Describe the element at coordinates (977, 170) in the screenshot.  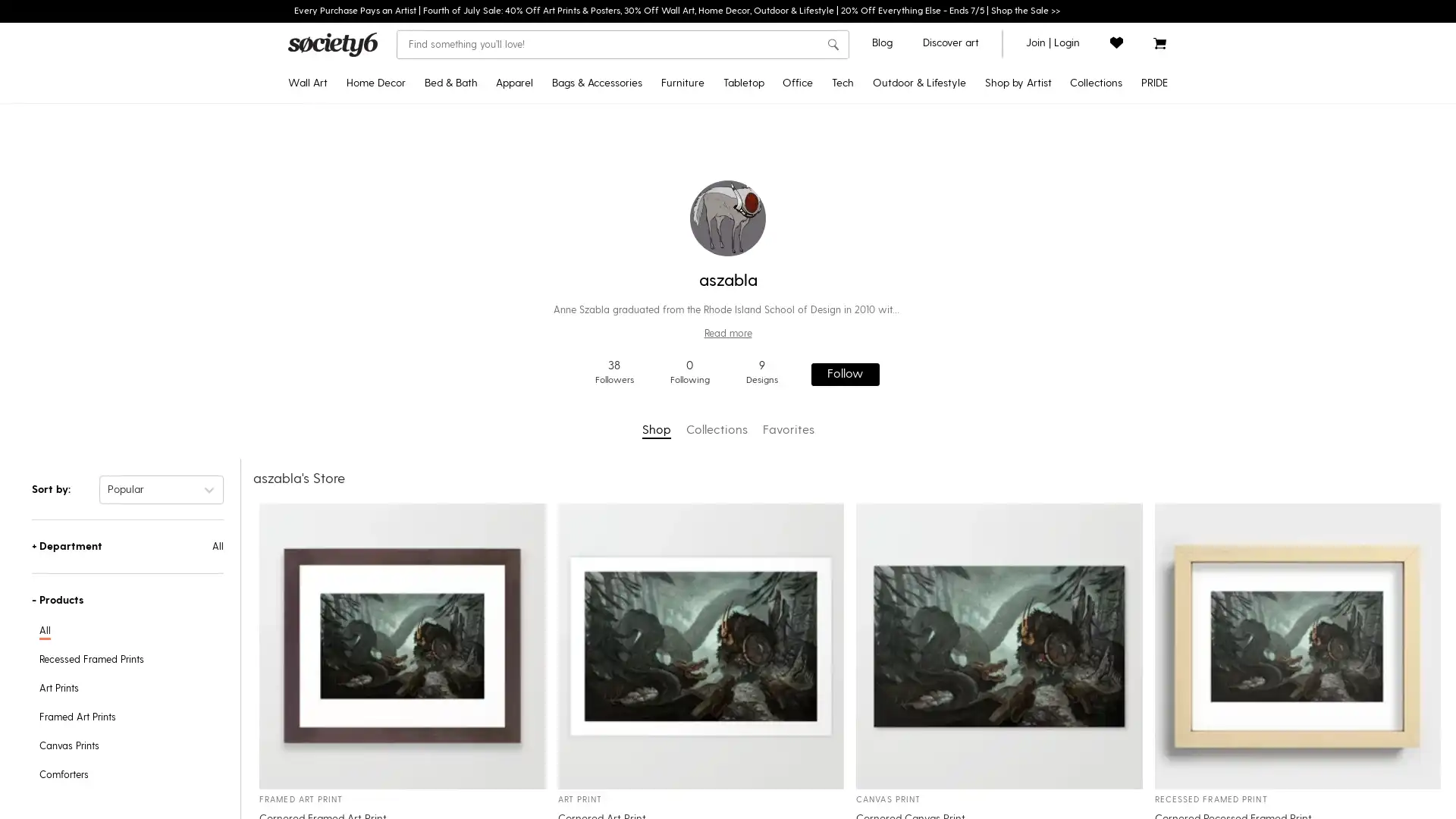
I see `Pixar` at that location.